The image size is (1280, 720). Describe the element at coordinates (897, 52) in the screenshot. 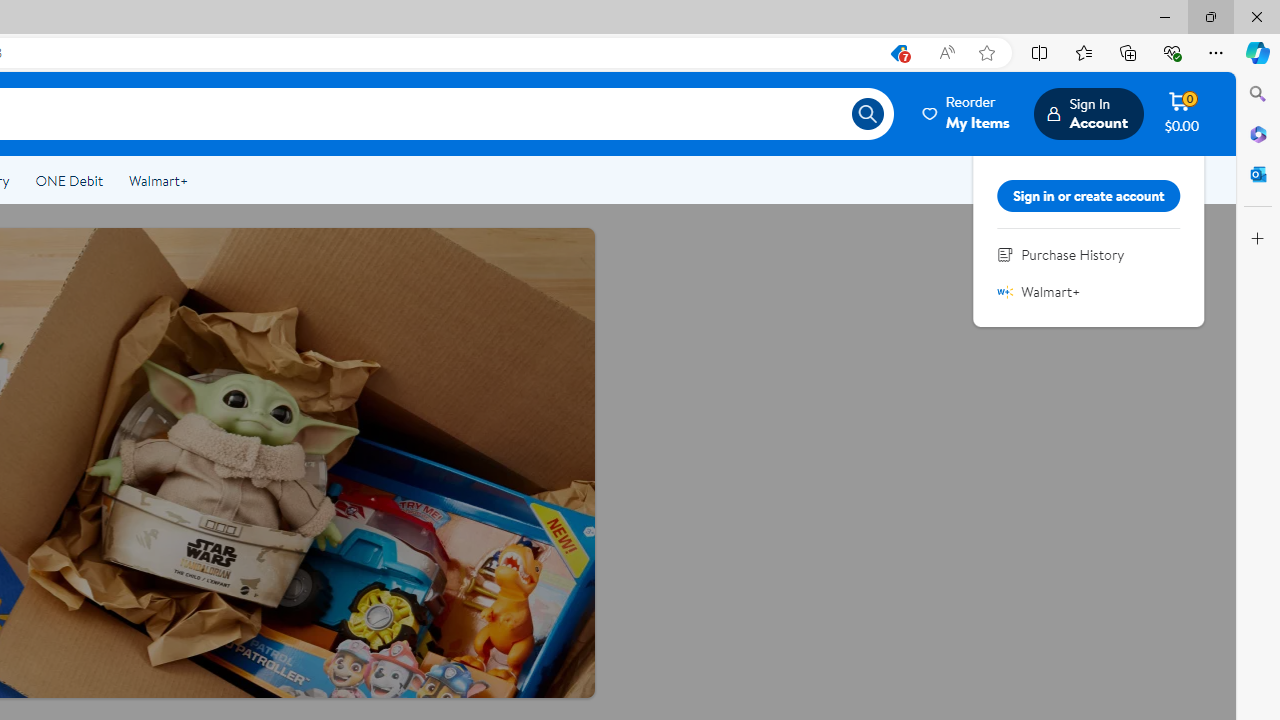

I see `'This site has coupons! Shopping in Microsoft Edge, 7'` at that location.